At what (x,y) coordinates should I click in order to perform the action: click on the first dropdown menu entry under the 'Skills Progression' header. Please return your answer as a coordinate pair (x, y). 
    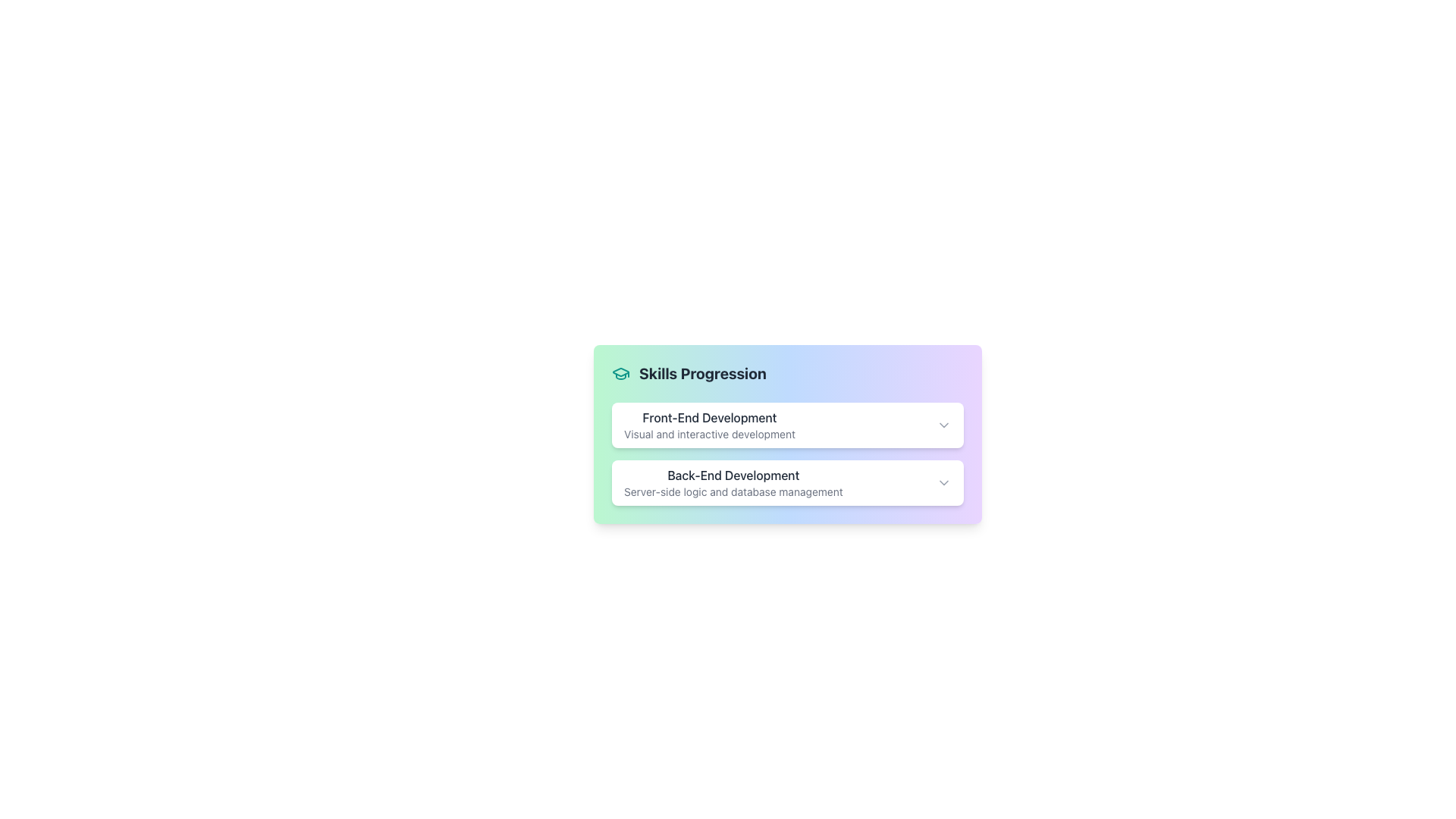
    Looking at the image, I should click on (787, 425).